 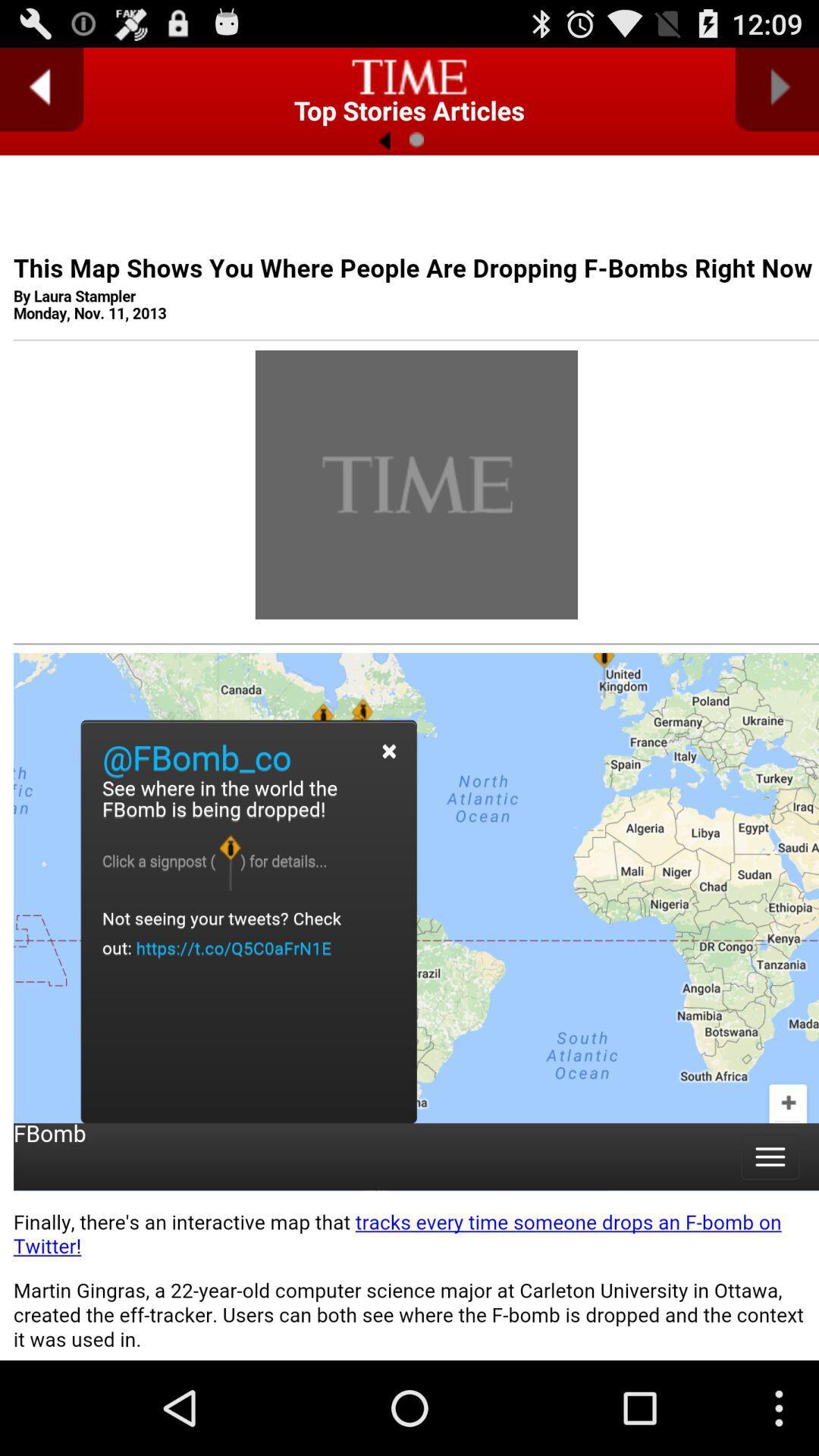 What do you see at coordinates (777, 89) in the screenshot?
I see `go forward` at bounding box center [777, 89].